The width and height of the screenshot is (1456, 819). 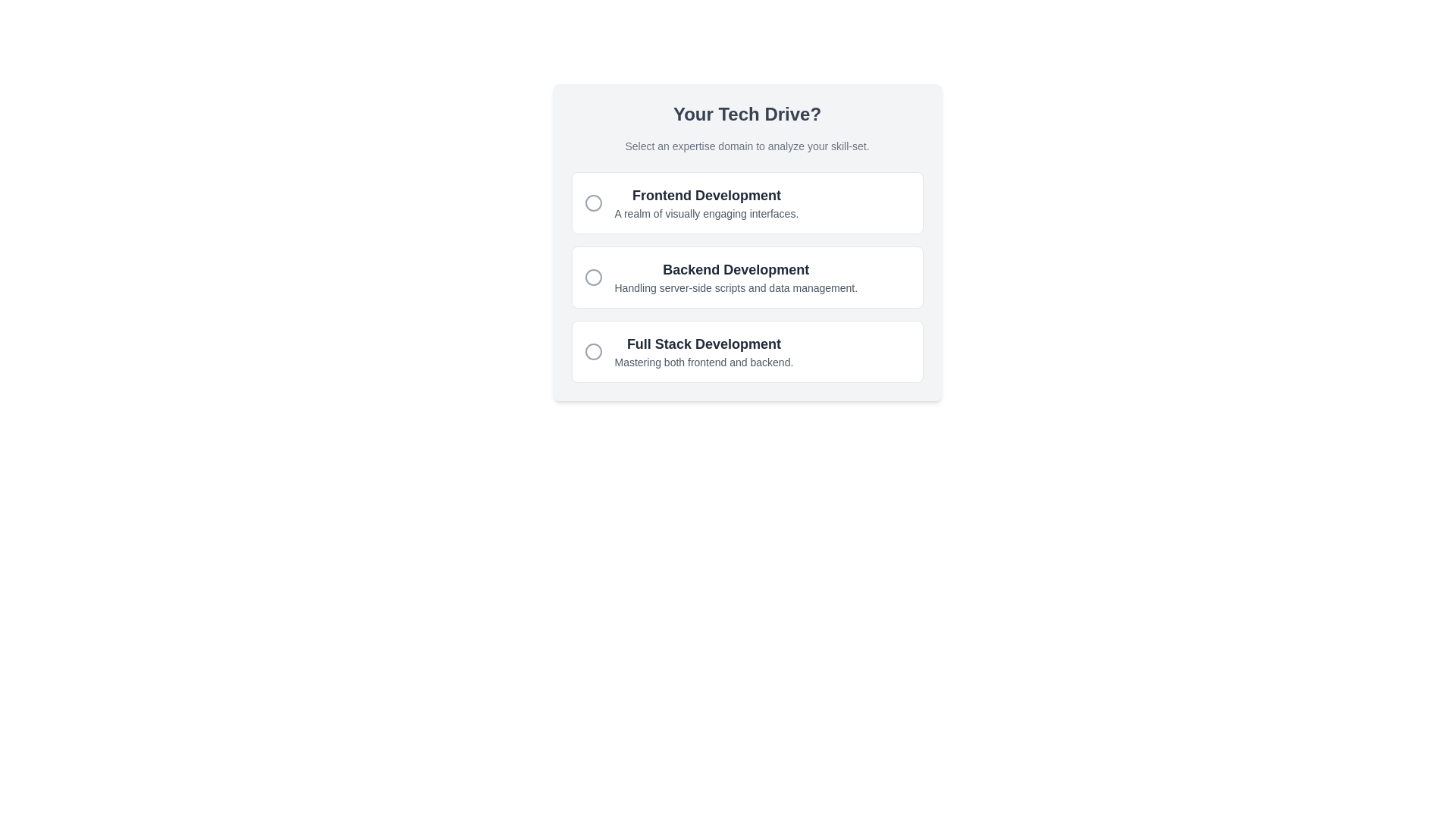 What do you see at coordinates (747, 242) in the screenshot?
I see `content within the dialog titled 'Your Tech Drive?' which contains selectable options for domains of expertise` at bounding box center [747, 242].